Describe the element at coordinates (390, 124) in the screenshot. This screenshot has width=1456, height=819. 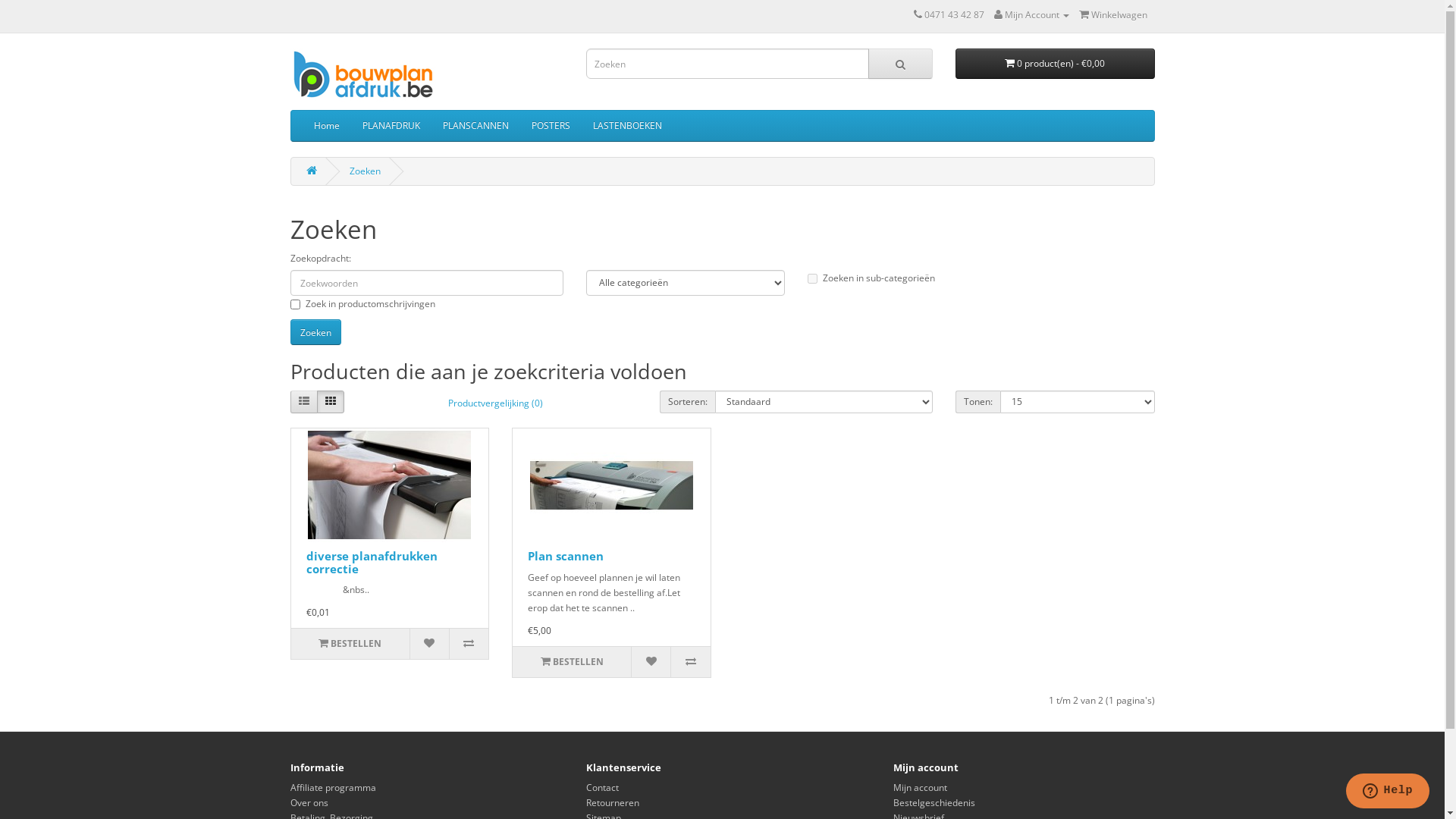
I see `'PLANAFDRUK'` at that location.